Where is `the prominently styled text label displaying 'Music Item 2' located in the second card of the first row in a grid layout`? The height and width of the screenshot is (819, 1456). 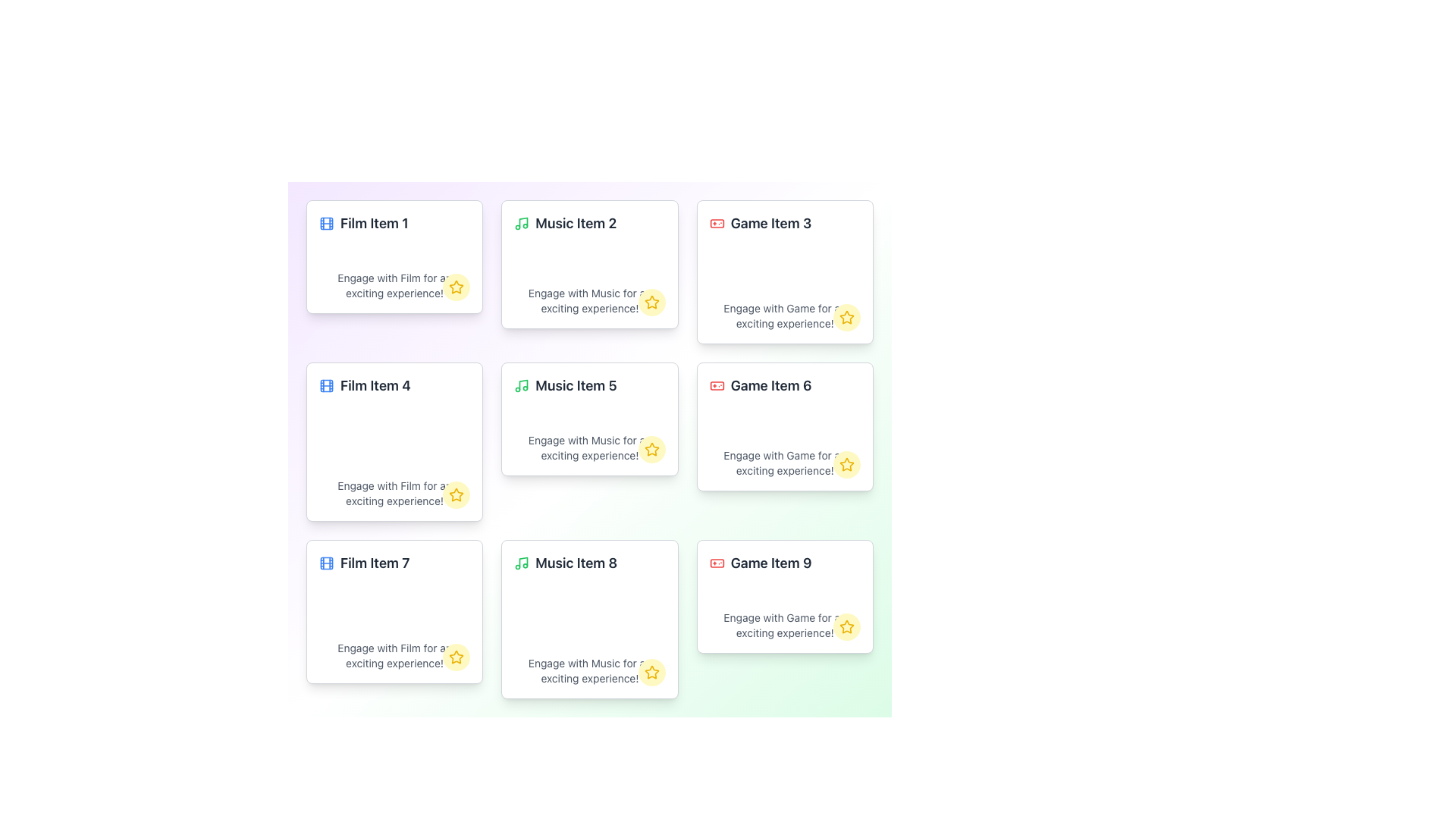 the prominently styled text label displaying 'Music Item 2' located in the second card of the first row in a grid layout is located at coordinates (575, 223).